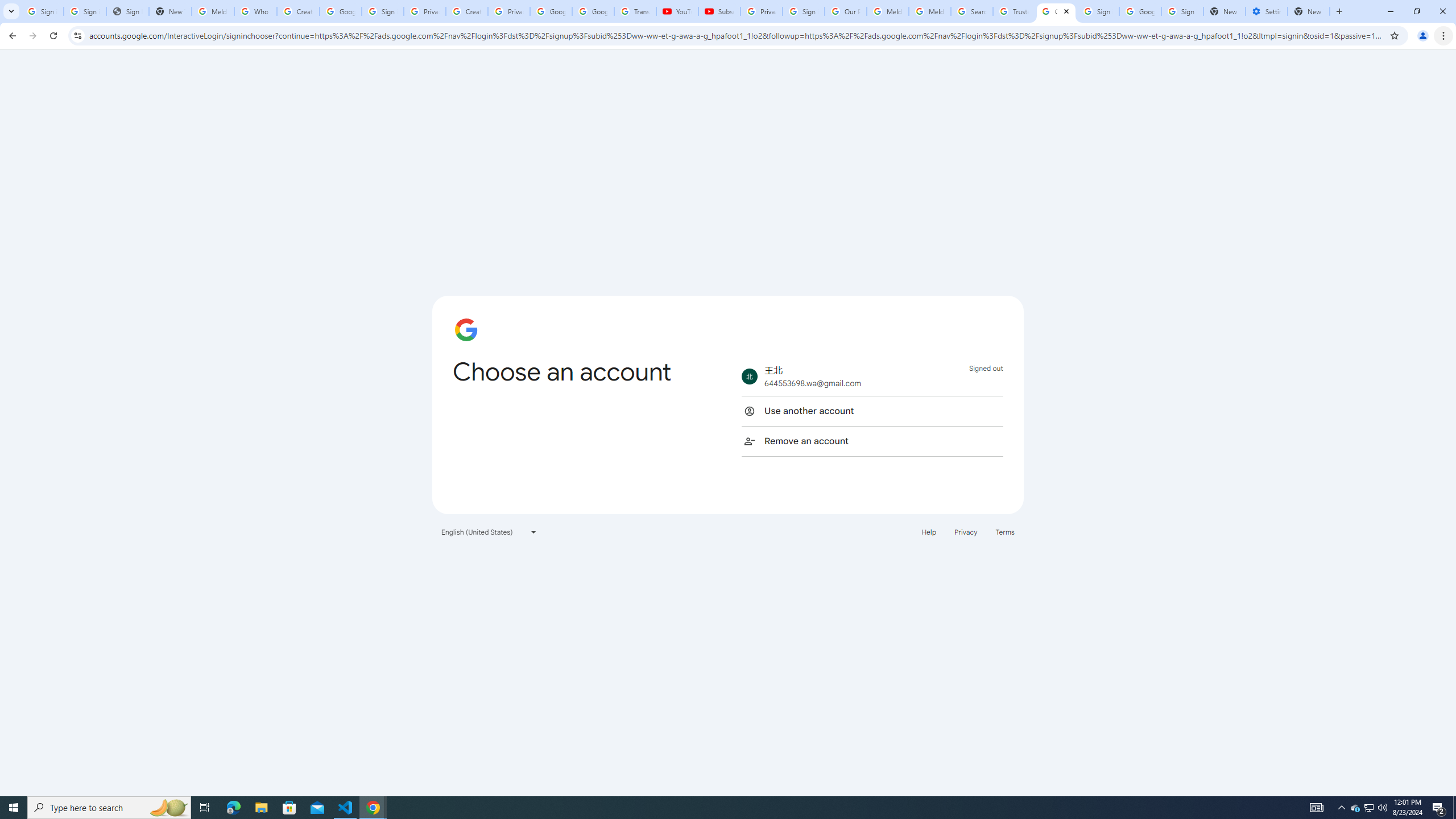 Image resolution: width=1456 pixels, height=819 pixels. What do you see at coordinates (1014, 11) in the screenshot?
I see `'Trusted Information and Content - Google Safety Center'` at bounding box center [1014, 11].